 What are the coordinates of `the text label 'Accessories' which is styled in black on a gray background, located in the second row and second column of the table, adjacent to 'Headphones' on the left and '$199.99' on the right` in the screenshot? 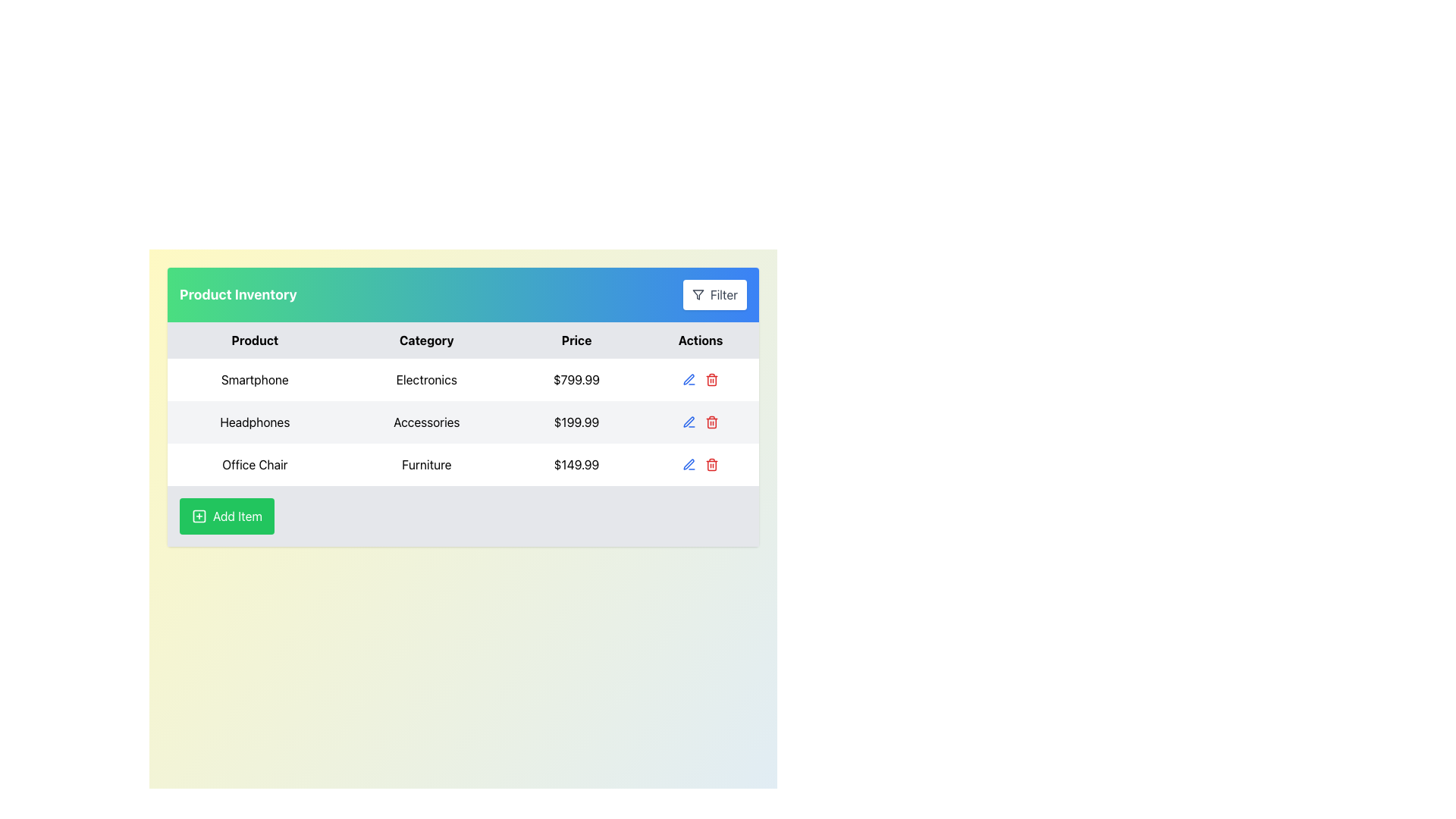 It's located at (425, 422).